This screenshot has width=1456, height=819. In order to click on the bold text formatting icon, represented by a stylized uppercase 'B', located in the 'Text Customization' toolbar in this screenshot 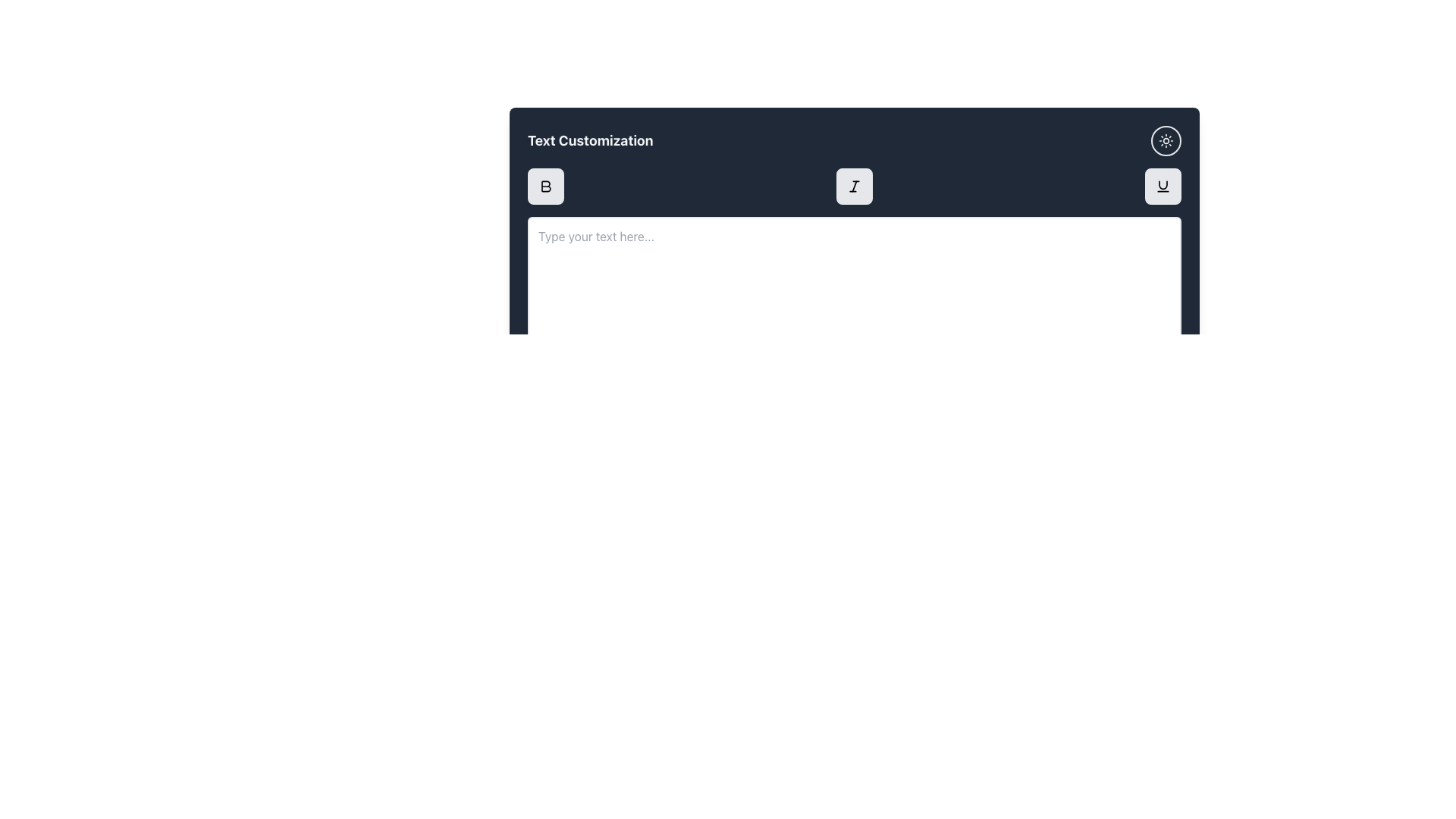, I will do `click(546, 186)`.